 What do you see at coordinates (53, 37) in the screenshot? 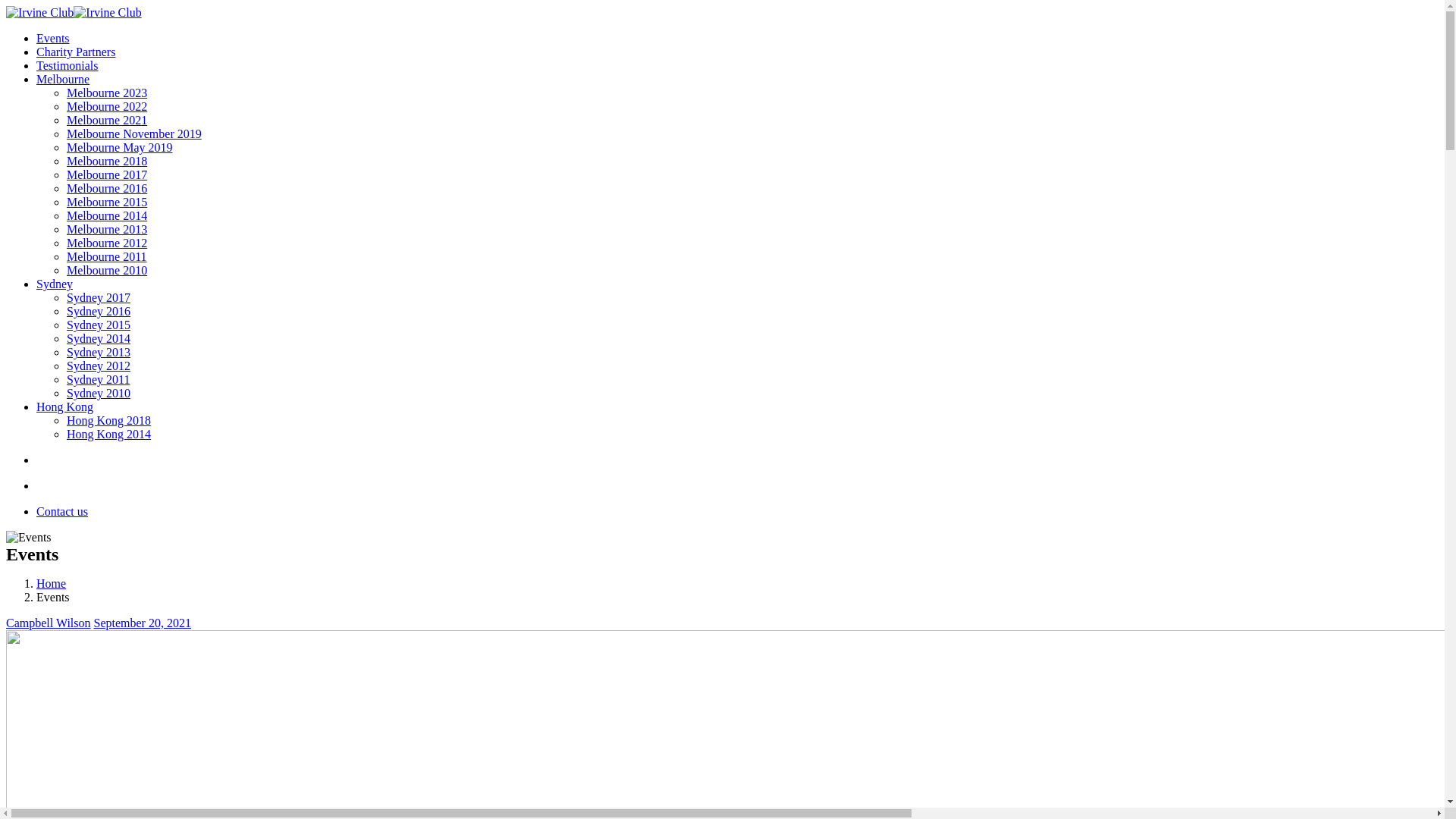
I see `'Events'` at bounding box center [53, 37].